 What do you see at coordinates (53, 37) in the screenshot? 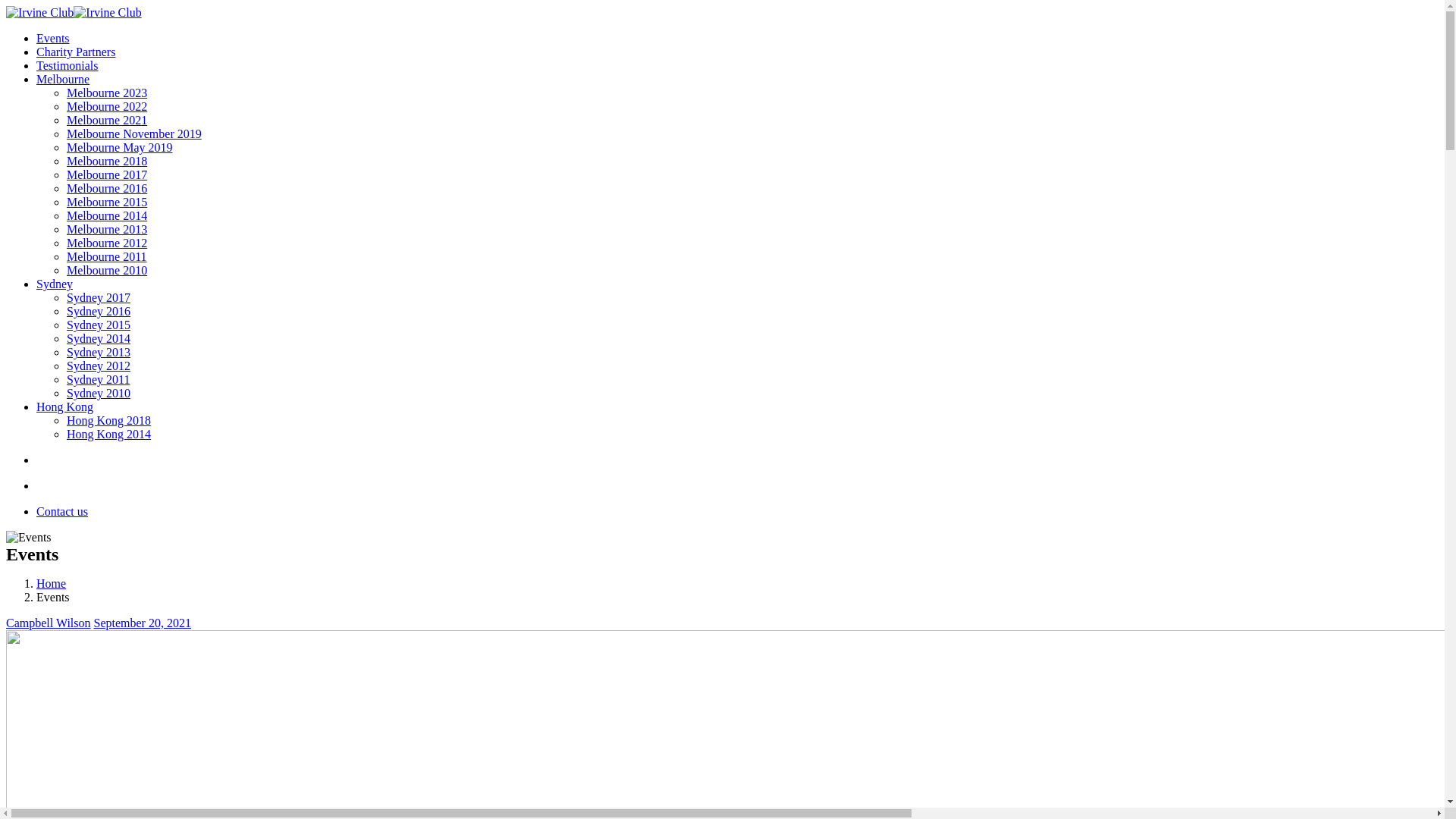
I see `'Events'` at bounding box center [53, 37].